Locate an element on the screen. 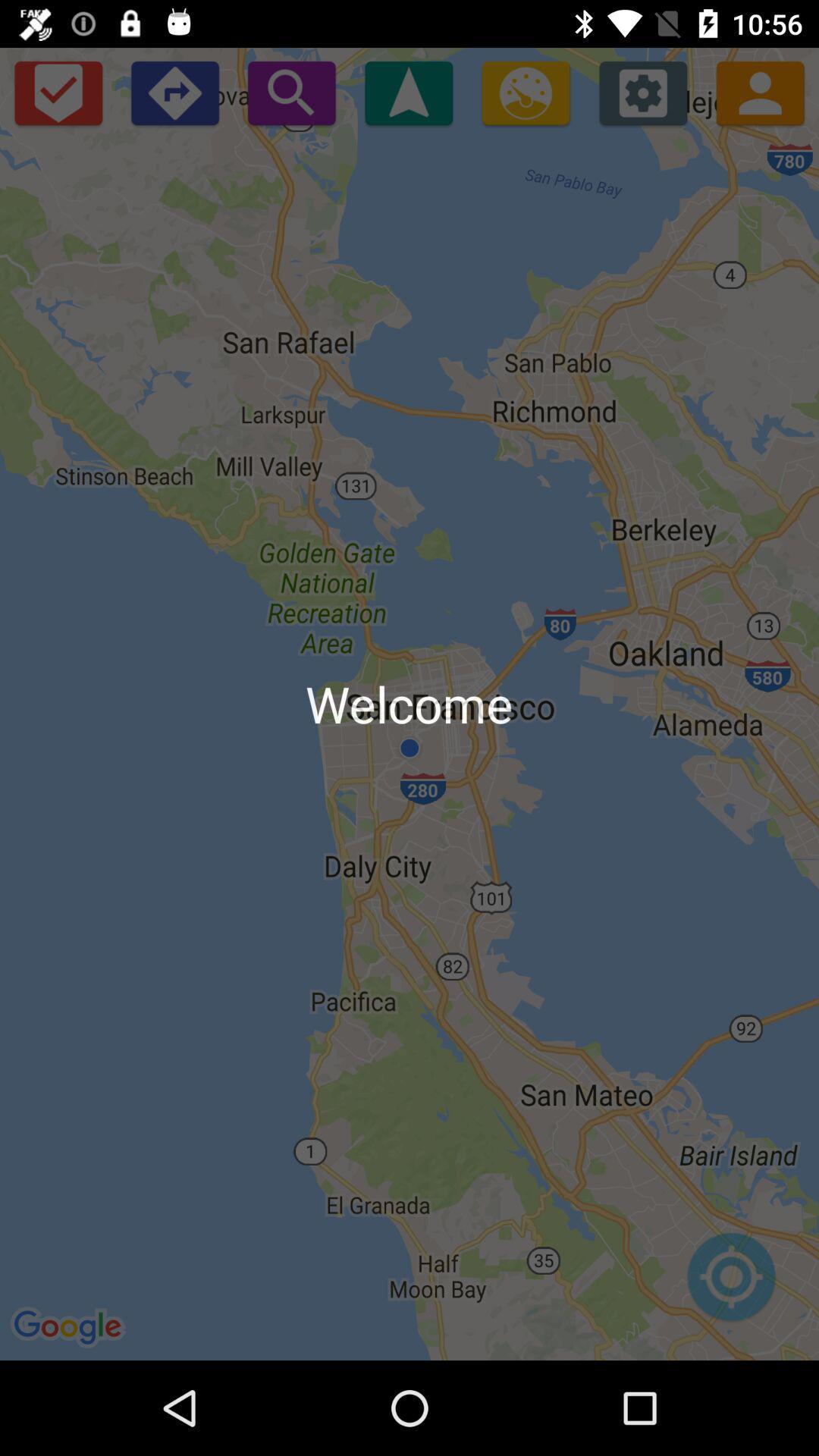 This screenshot has height=1456, width=819. icon at the bottom right corner is located at coordinates (730, 1284).